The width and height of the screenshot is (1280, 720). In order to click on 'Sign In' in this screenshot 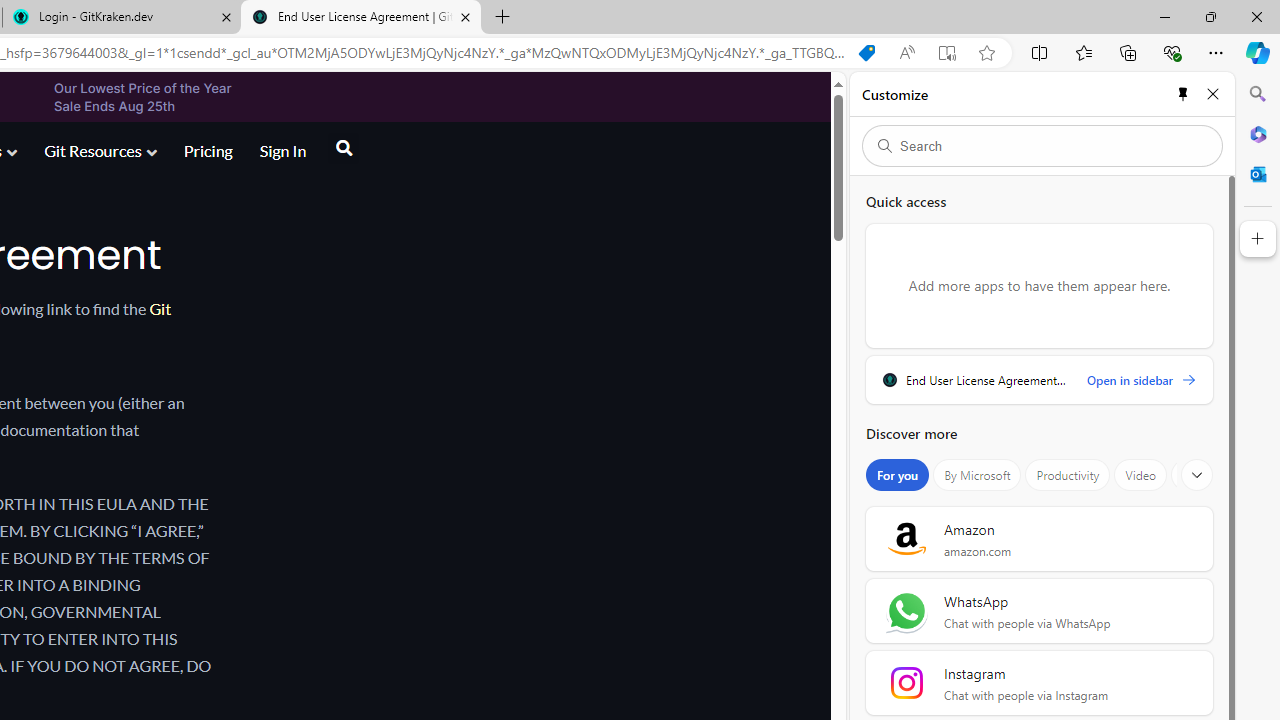, I will do `click(281, 149)`.